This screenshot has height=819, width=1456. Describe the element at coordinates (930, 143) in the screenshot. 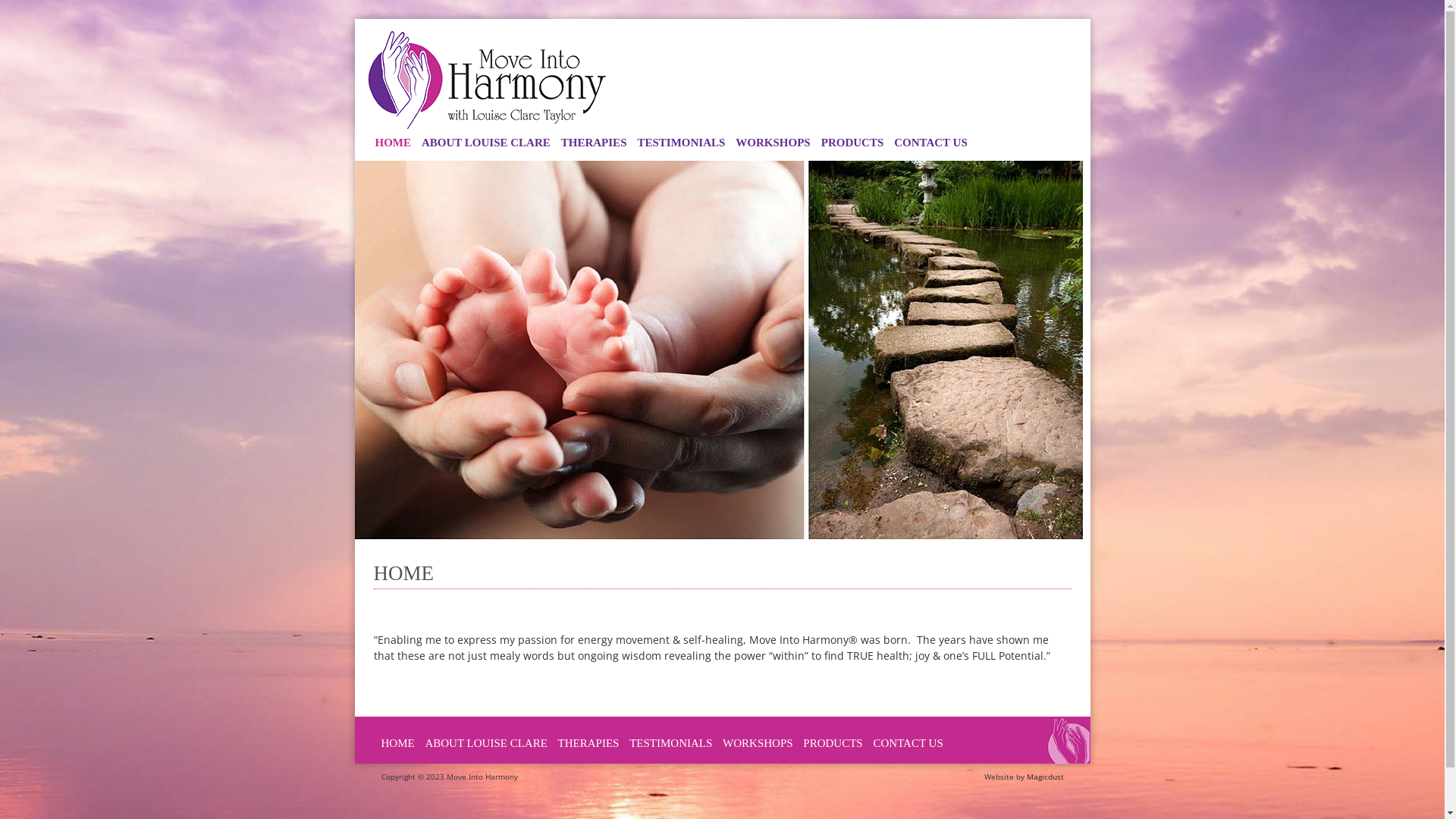

I see `'CONTACT US'` at that location.